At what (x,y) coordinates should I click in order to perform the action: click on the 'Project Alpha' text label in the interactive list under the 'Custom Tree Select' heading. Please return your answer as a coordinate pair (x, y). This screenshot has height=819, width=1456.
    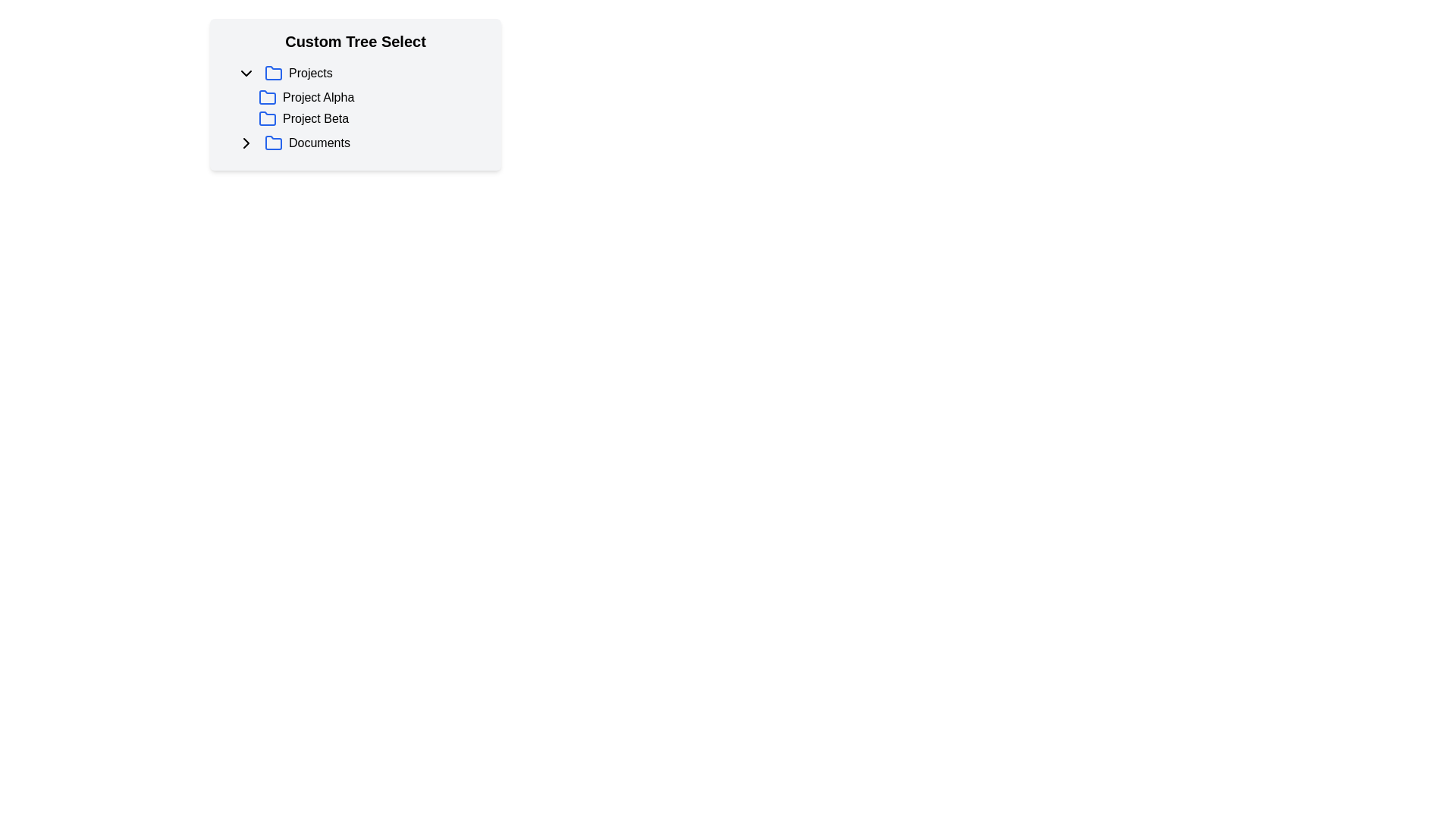
    Looking at the image, I should click on (318, 97).